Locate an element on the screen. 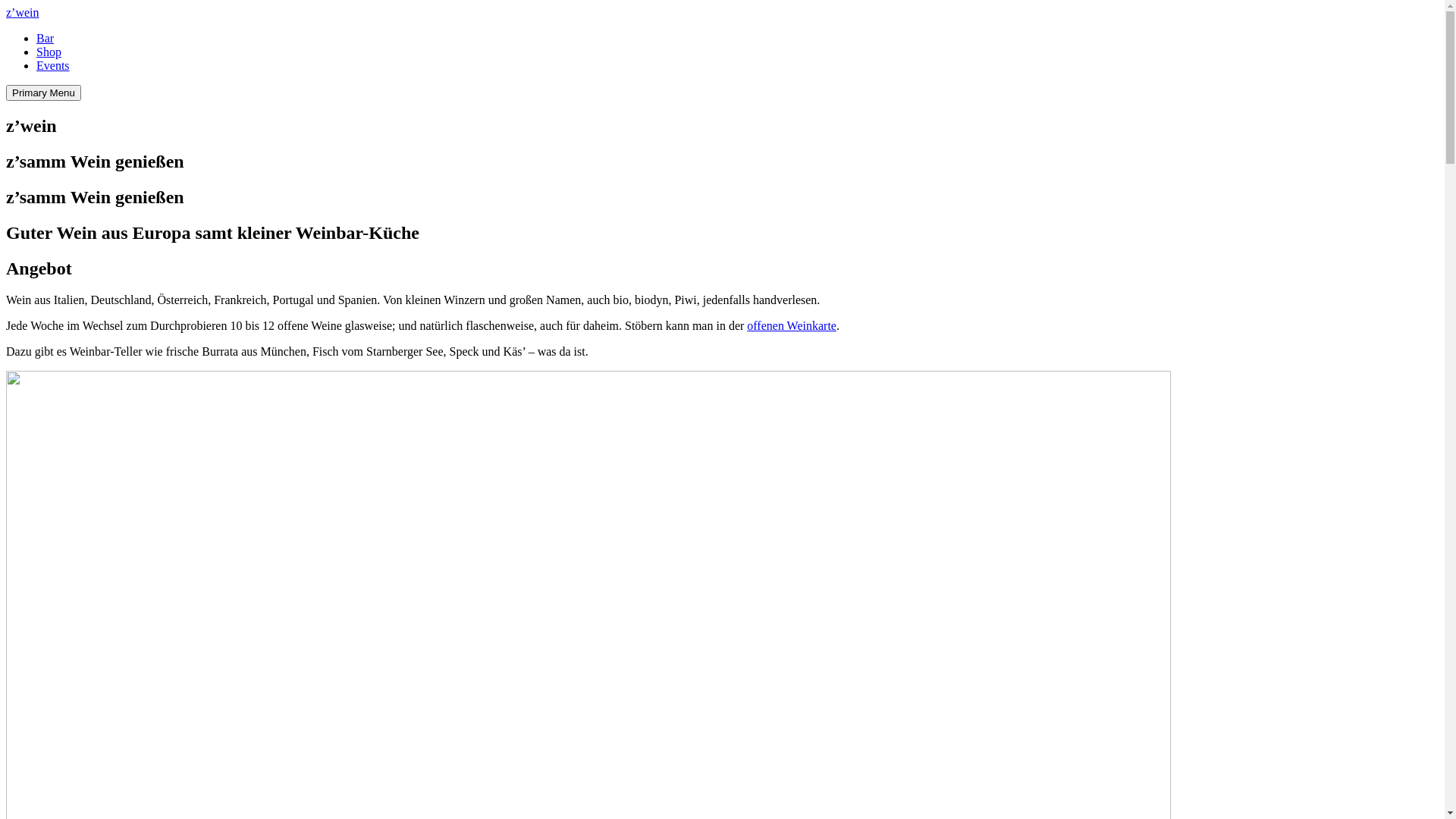 Image resolution: width=1456 pixels, height=819 pixels. 'Bar' is located at coordinates (36, 37).